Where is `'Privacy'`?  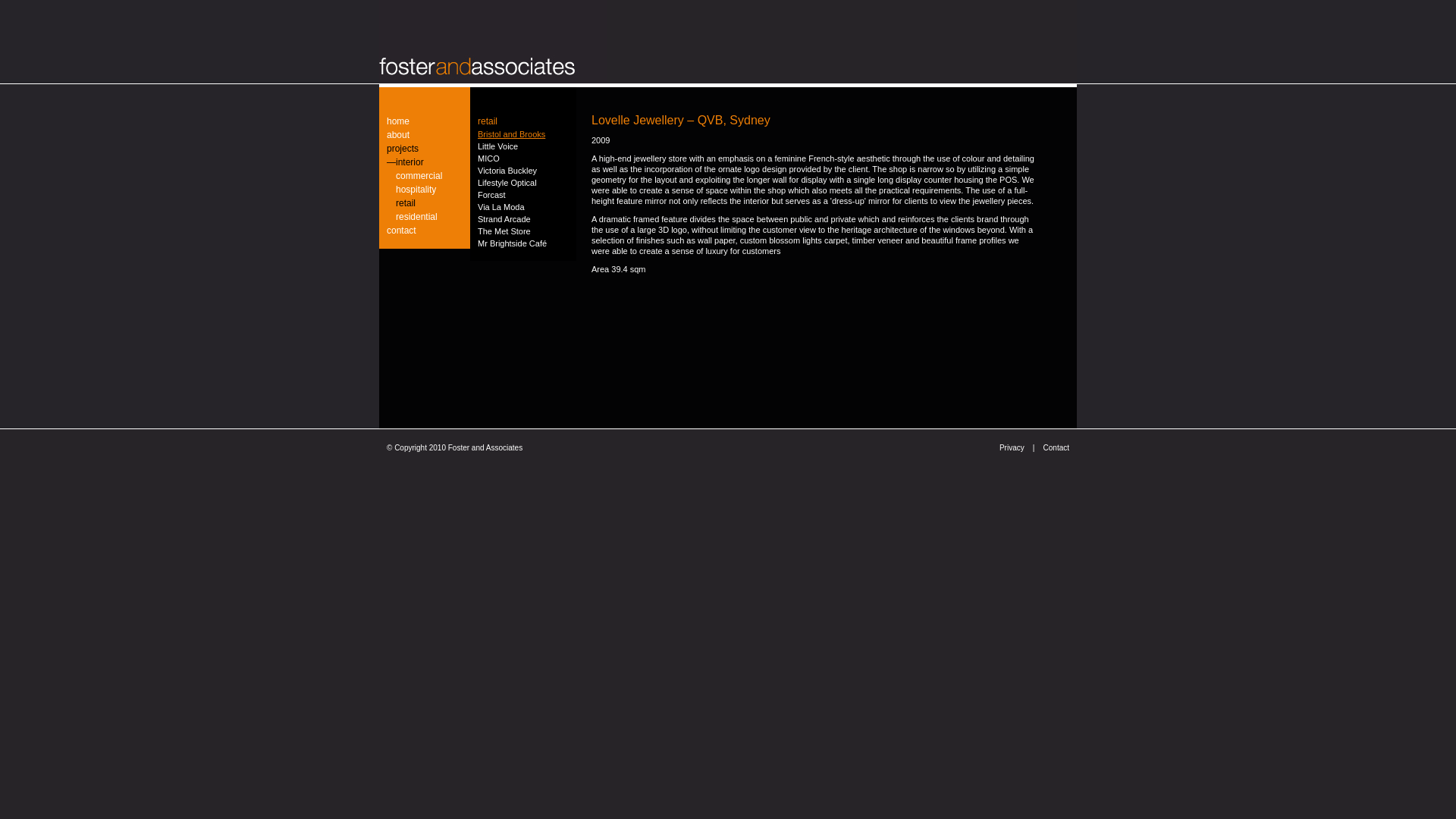
'Privacy' is located at coordinates (1012, 447).